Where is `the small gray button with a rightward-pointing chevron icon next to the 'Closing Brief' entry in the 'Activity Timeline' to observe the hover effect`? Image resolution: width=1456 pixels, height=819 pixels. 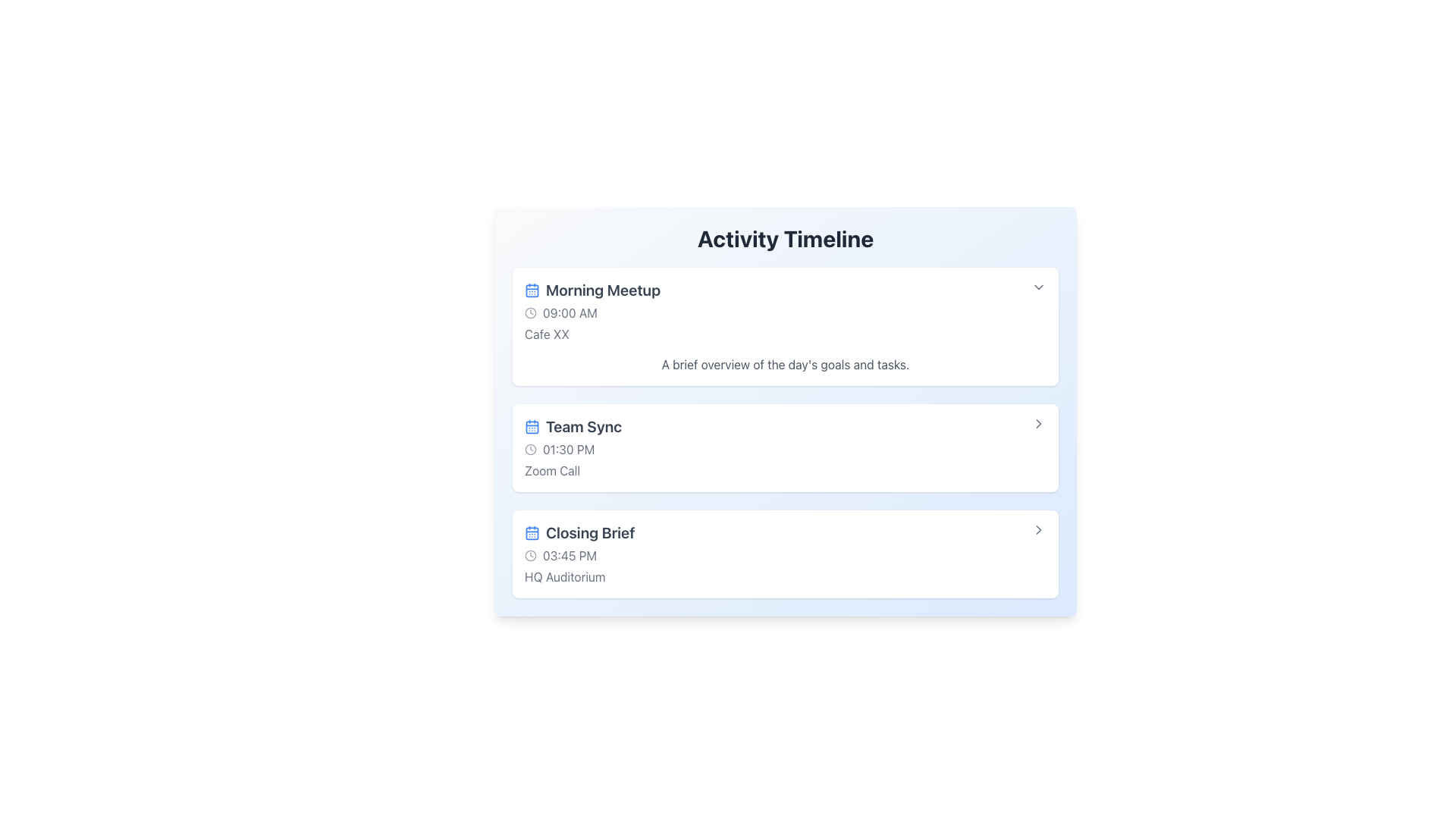 the small gray button with a rightward-pointing chevron icon next to the 'Closing Brief' entry in the 'Activity Timeline' to observe the hover effect is located at coordinates (1037, 529).